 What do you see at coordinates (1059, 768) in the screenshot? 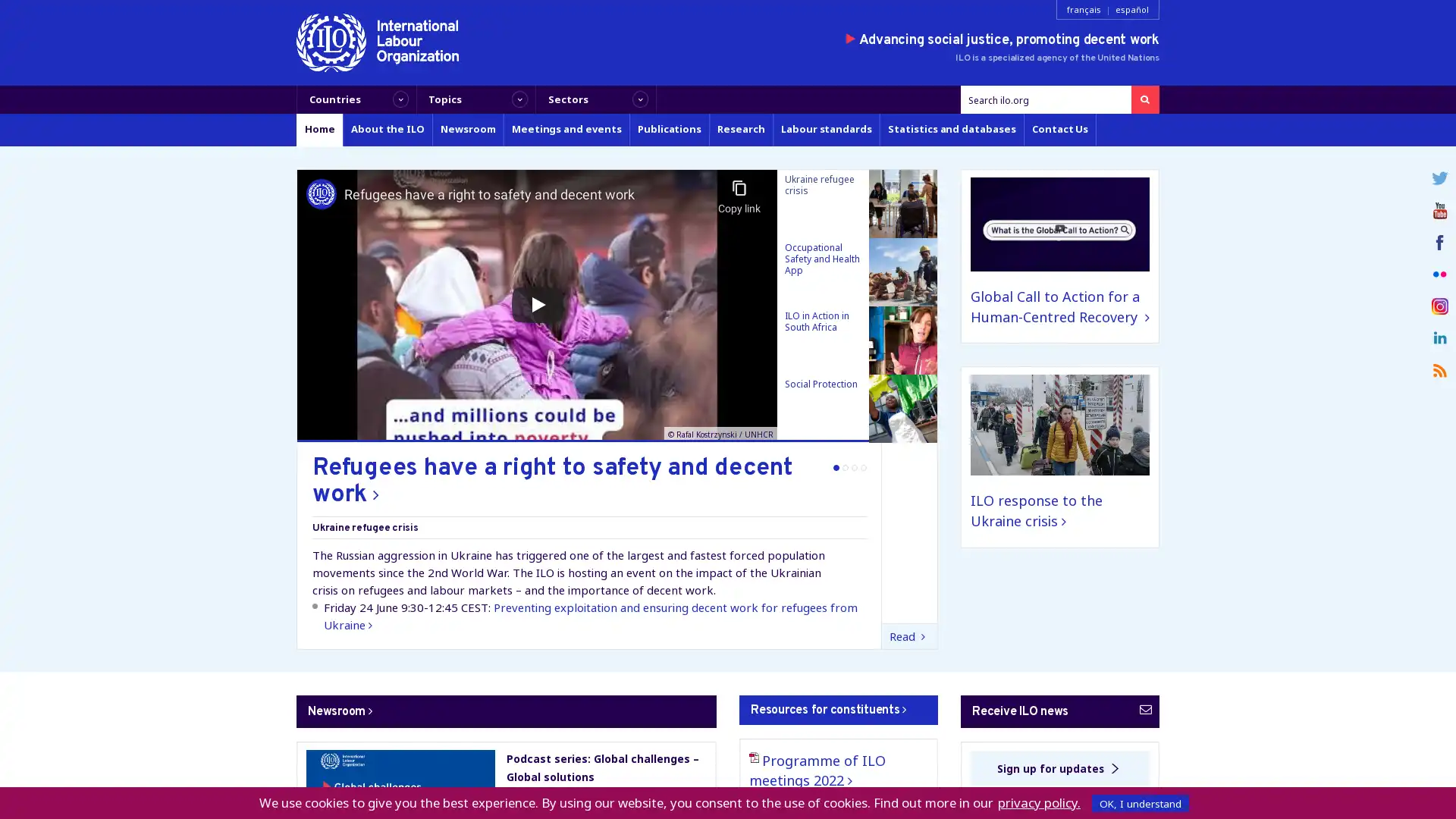
I see `Sign up for updates` at bounding box center [1059, 768].